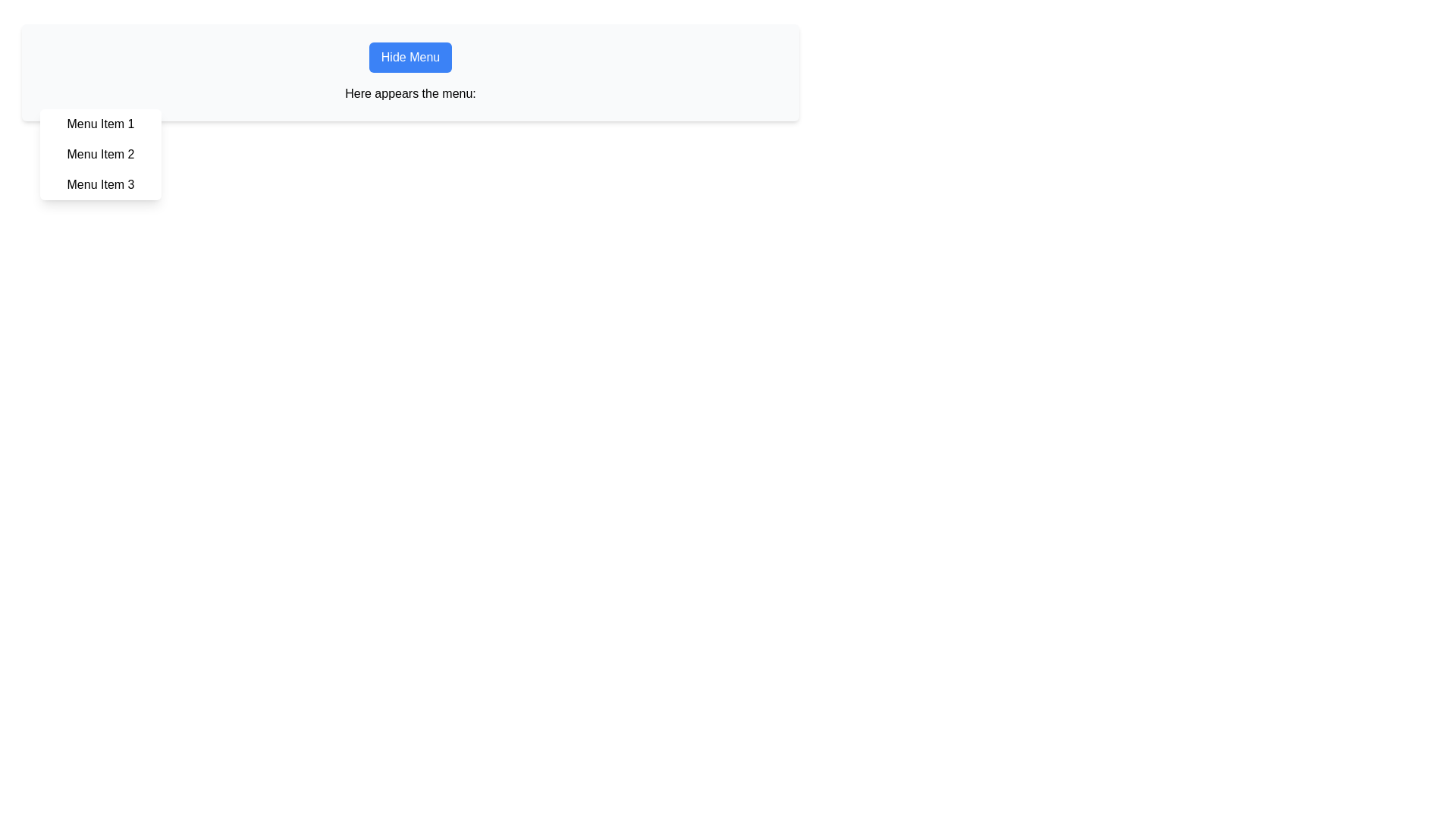 This screenshot has width=1456, height=819. What do you see at coordinates (410, 57) in the screenshot?
I see `the button located centrally at the top of the light gray box with rounded corners` at bounding box center [410, 57].